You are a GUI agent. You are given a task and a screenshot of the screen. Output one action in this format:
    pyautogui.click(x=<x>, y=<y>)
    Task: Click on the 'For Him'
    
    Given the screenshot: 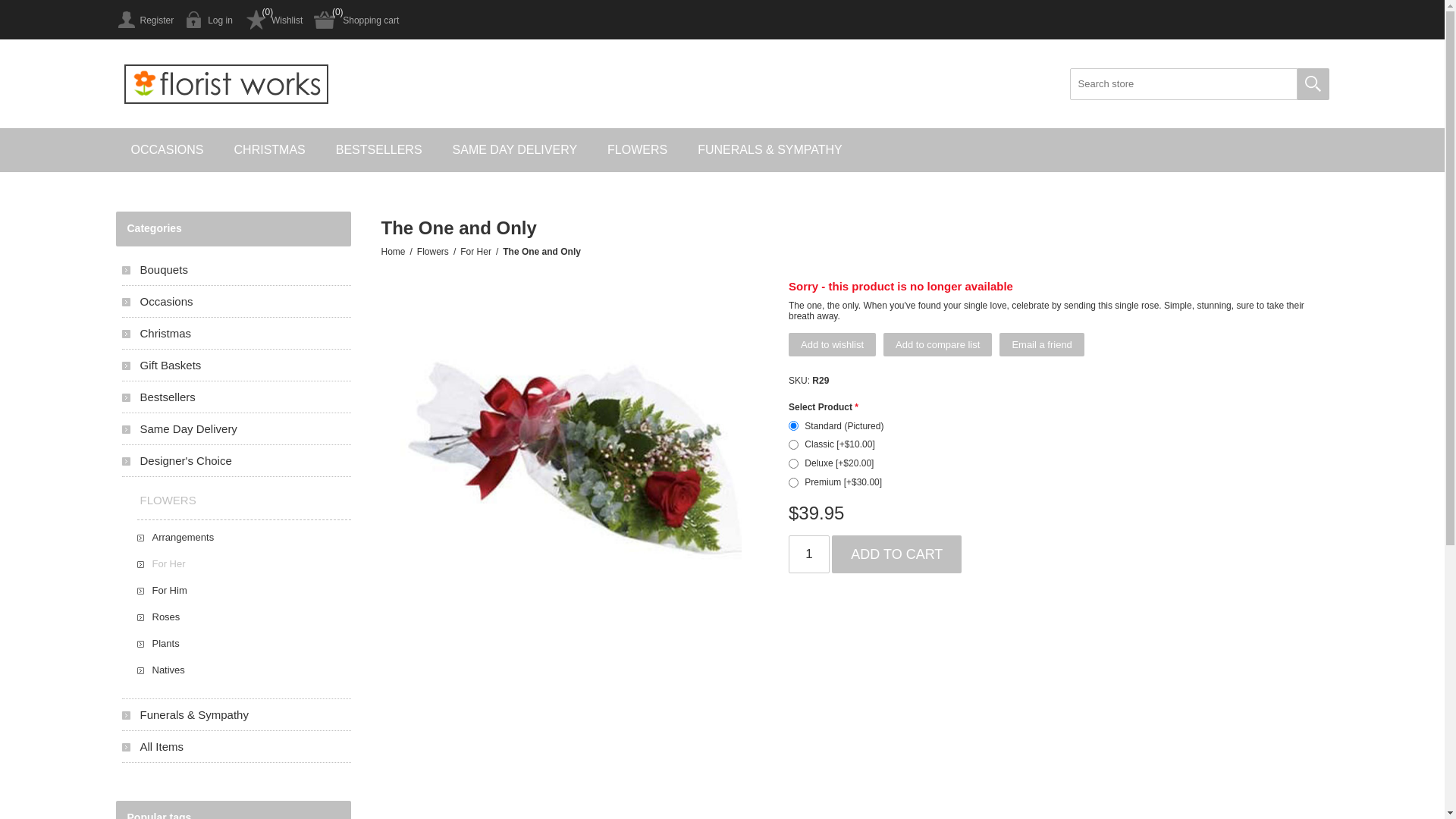 What is the action you would take?
    pyautogui.click(x=243, y=589)
    